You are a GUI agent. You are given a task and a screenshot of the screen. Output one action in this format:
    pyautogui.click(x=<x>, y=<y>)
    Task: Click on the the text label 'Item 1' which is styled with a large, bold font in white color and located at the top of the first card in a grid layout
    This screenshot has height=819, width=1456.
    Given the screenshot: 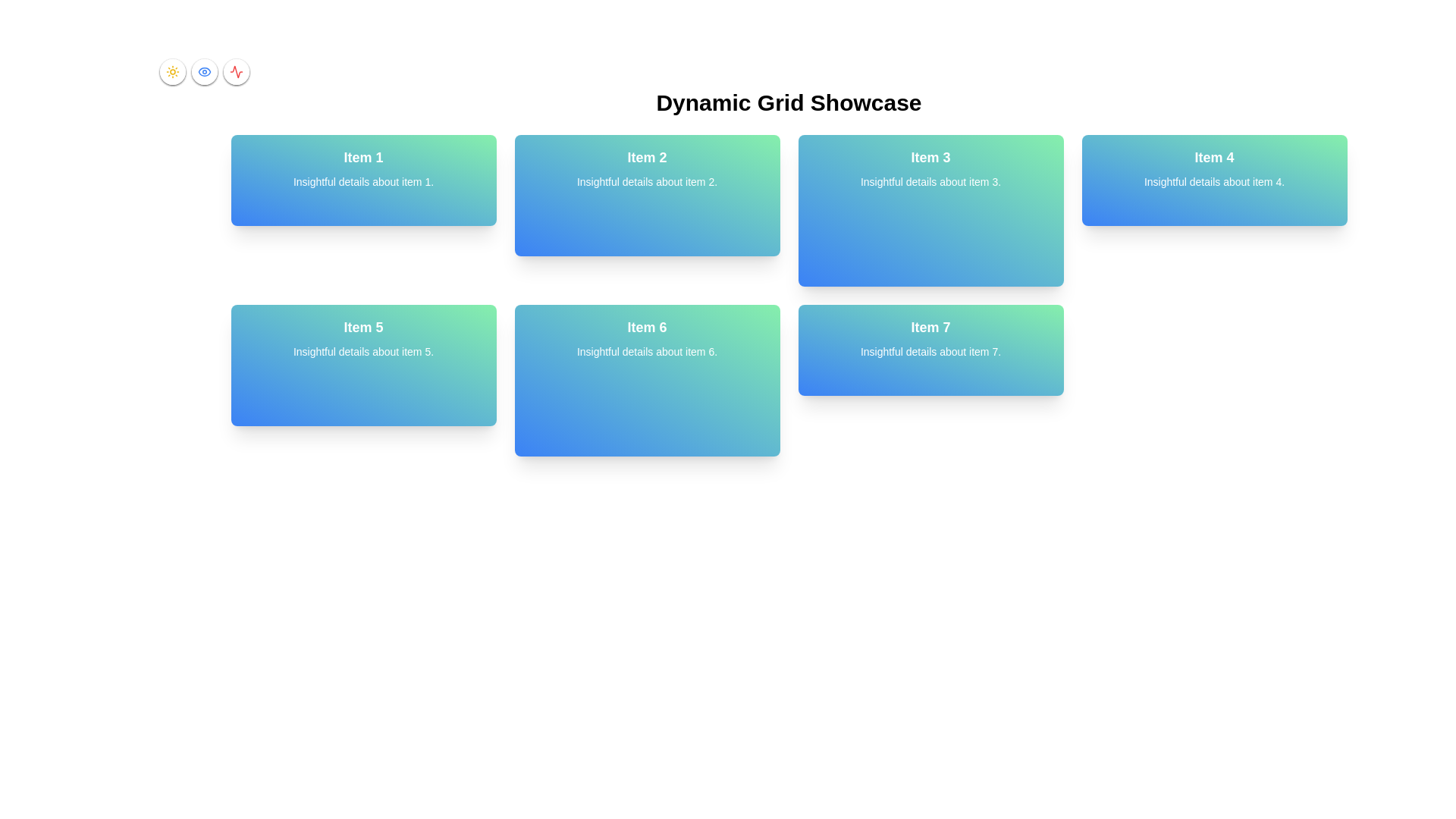 What is the action you would take?
    pyautogui.click(x=362, y=158)
    